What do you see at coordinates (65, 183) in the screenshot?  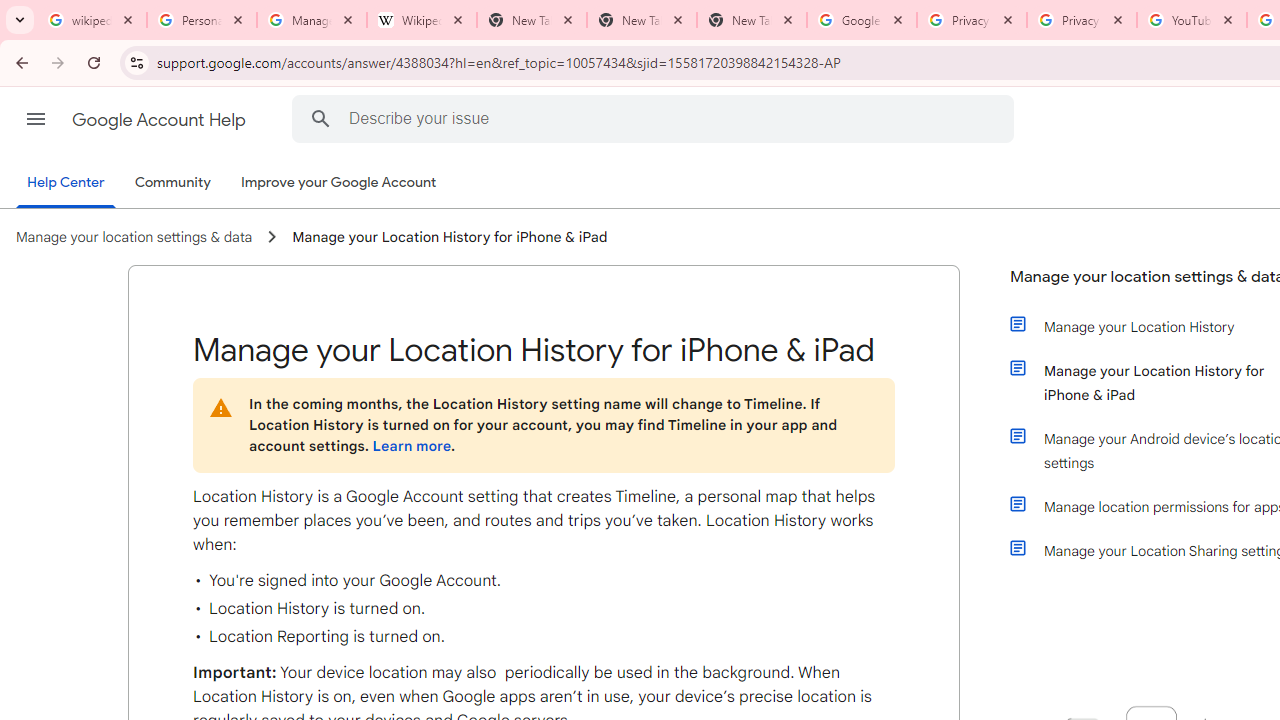 I see `'Help Center'` at bounding box center [65, 183].